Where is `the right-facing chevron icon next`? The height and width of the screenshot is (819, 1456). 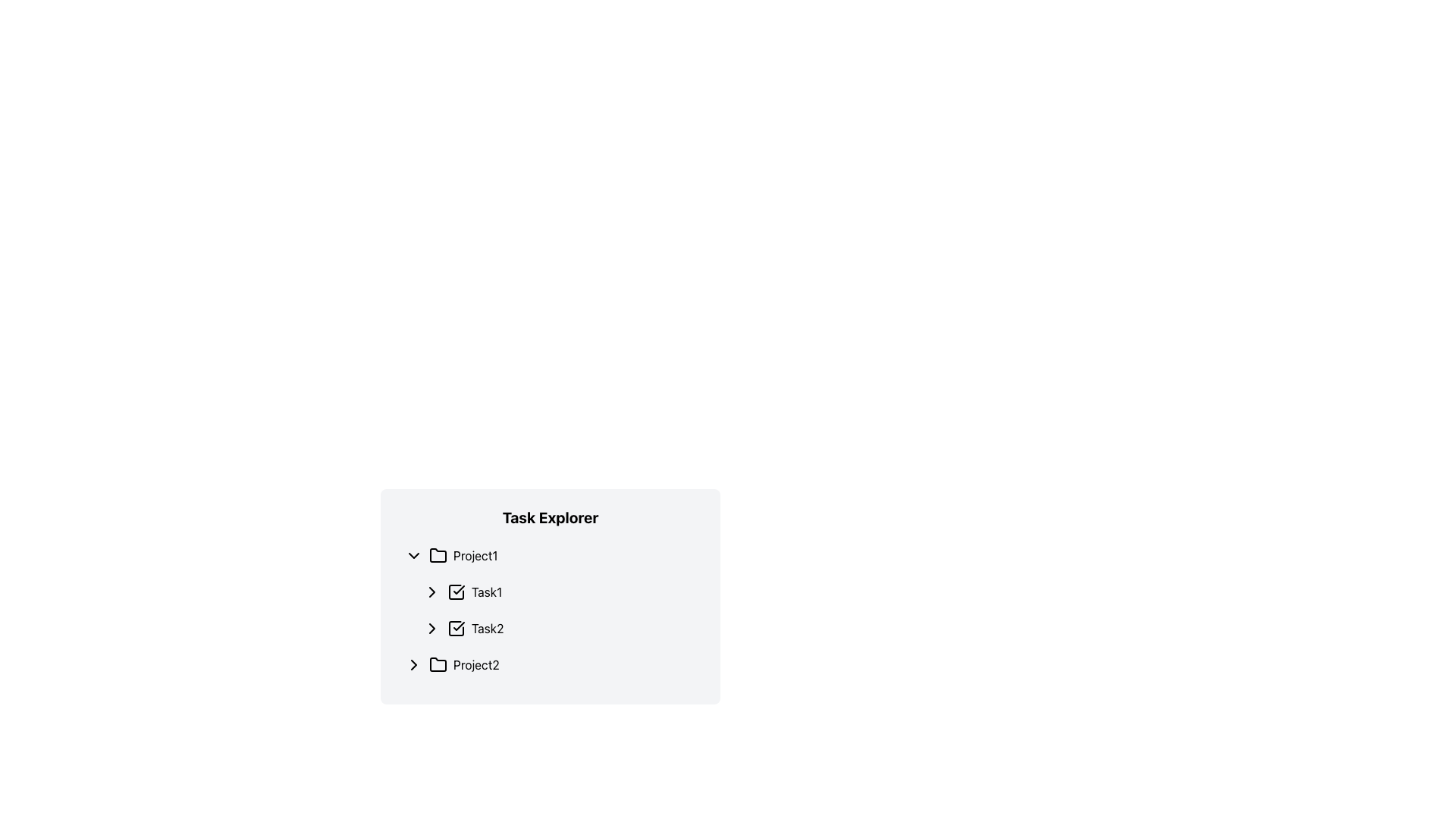
the right-facing chevron icon next is located at coordinates (431, 629).